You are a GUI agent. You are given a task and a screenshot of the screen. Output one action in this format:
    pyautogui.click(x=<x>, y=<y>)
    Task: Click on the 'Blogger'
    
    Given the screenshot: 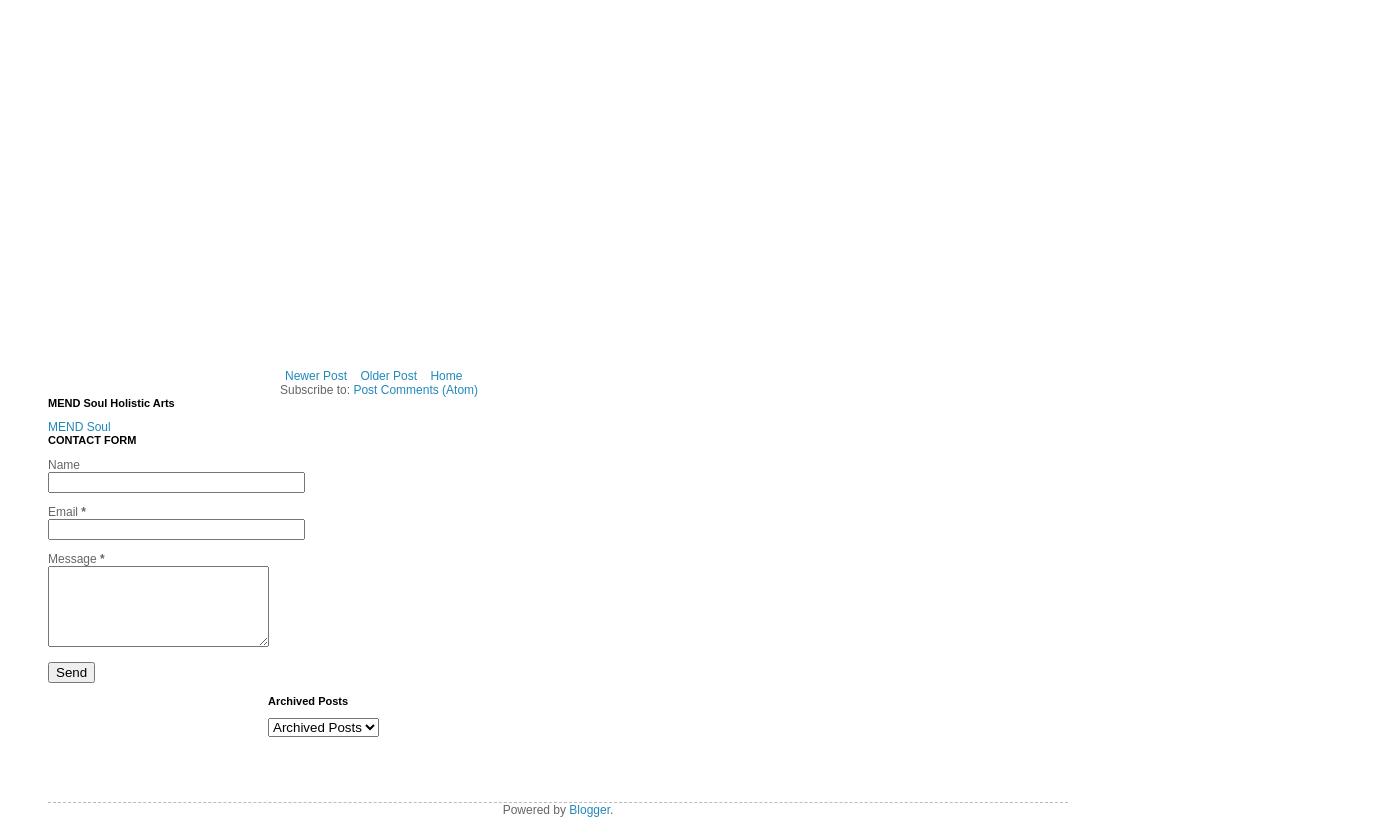 What is the action you would take?
    pyautogui.click(x=589, y=807)
    